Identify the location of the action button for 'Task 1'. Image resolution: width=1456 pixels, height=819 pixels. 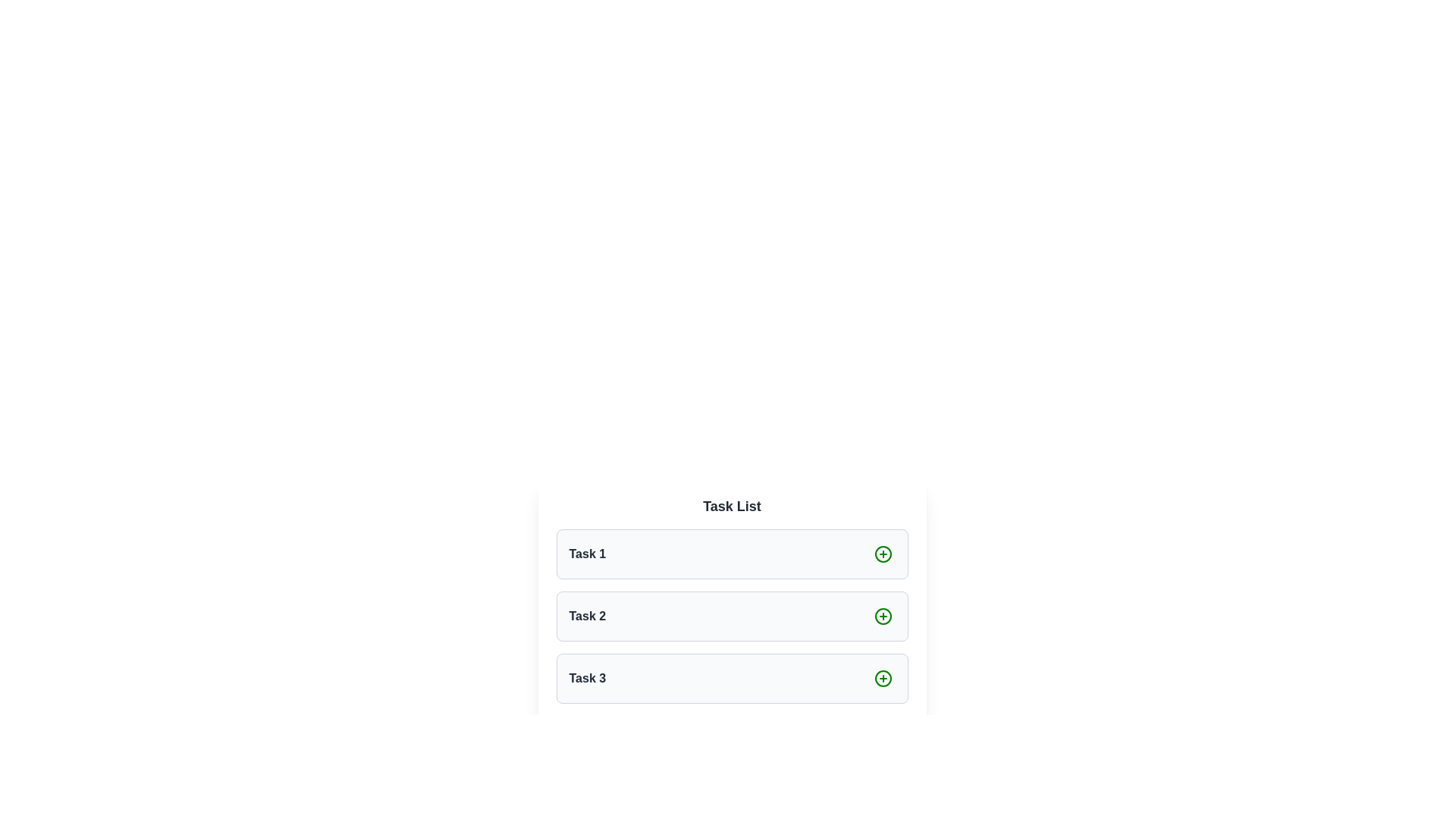
(883, 554).